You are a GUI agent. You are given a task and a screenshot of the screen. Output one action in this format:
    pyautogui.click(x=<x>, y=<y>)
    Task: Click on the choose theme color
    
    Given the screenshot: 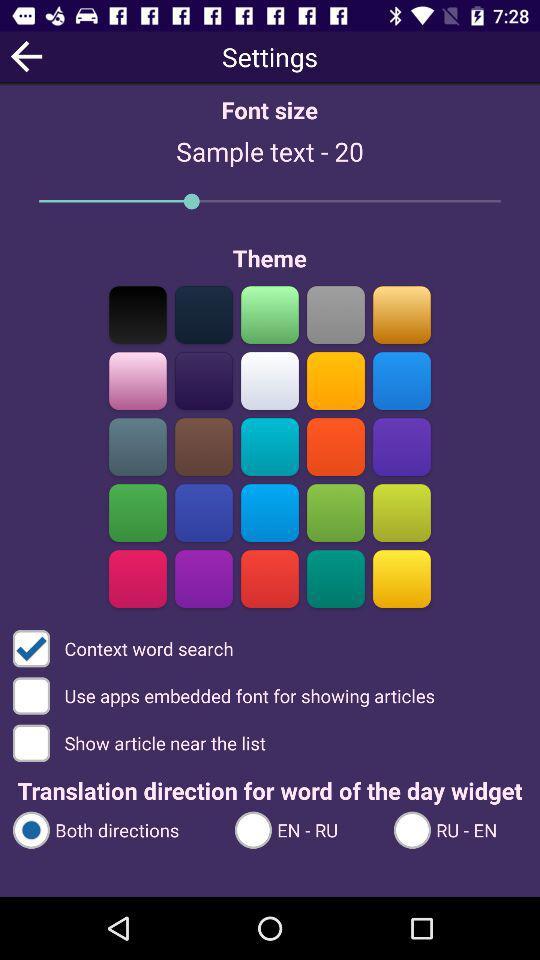 What is the action you would take?
    pyautogui.click(x=203, y=446)
    